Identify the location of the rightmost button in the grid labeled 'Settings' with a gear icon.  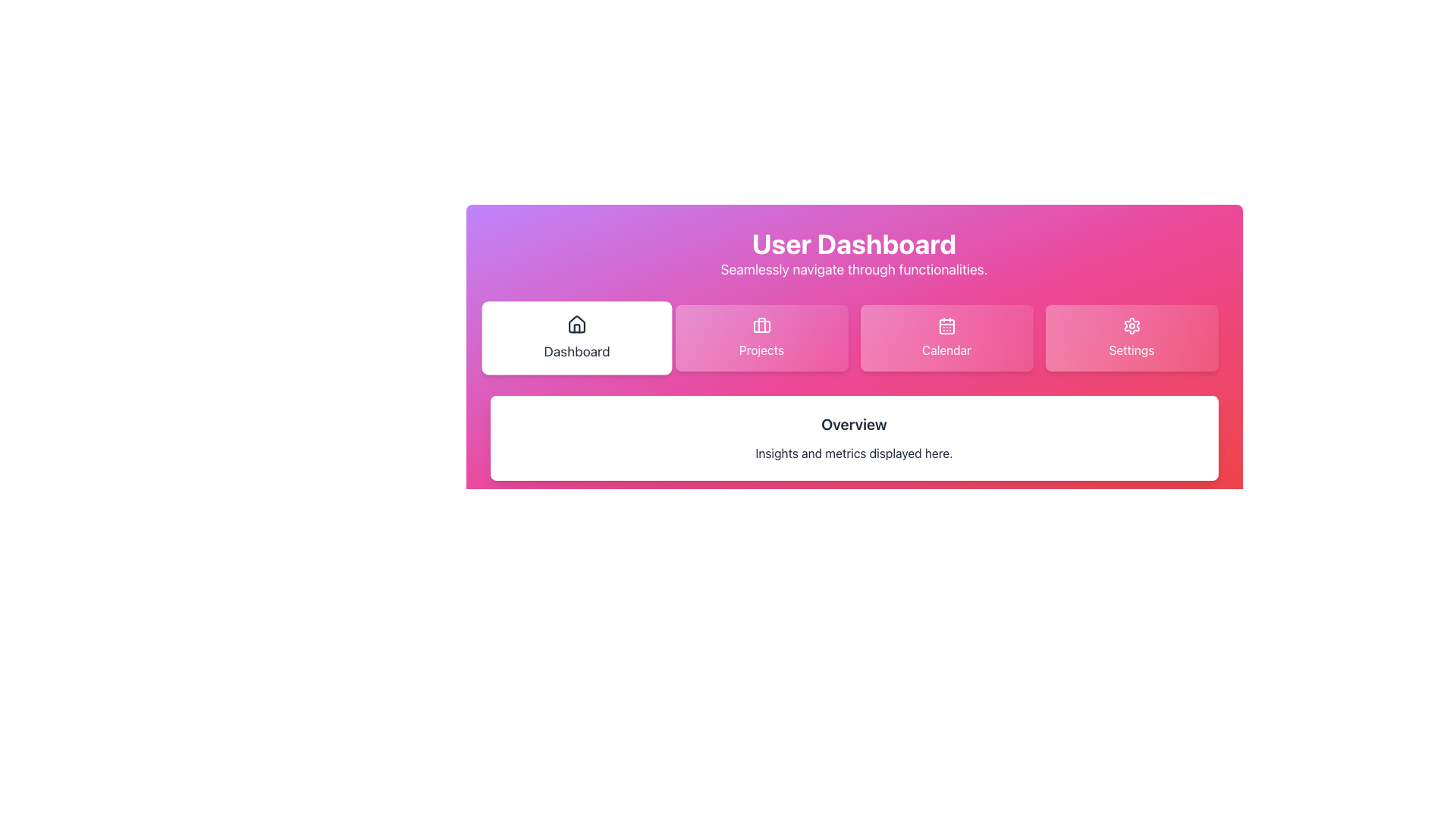
(1131, 337).